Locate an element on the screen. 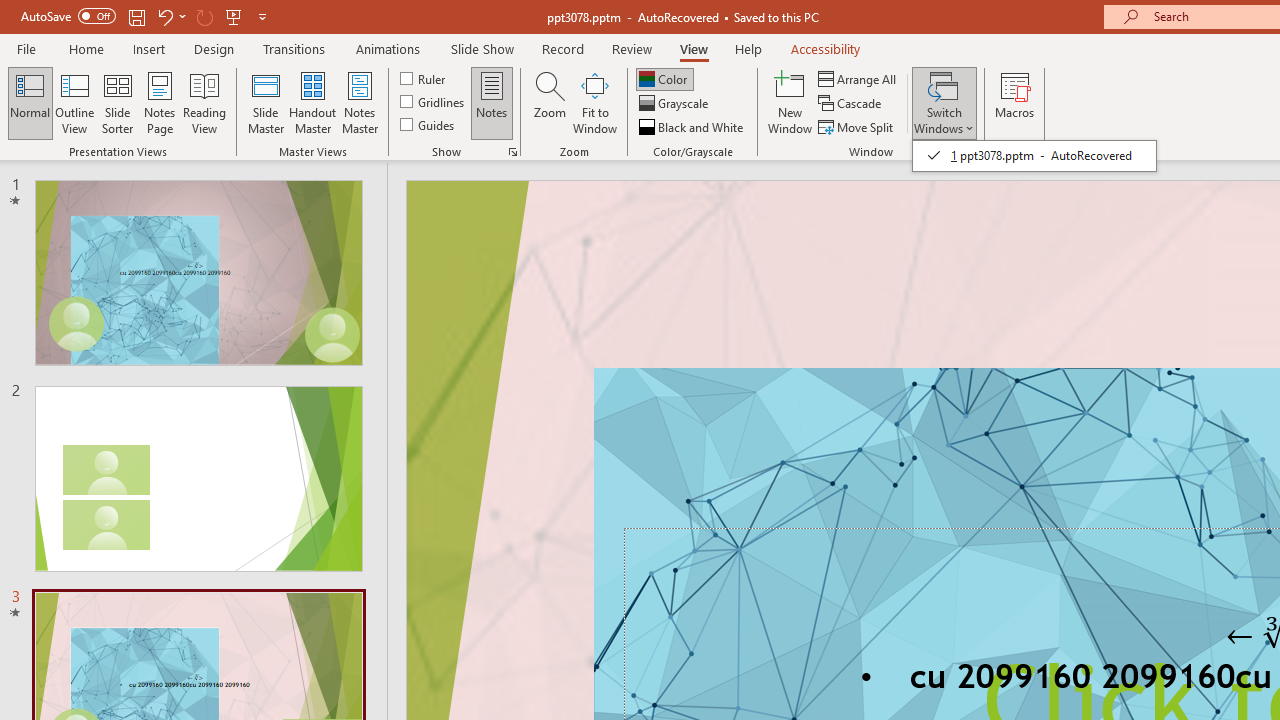 This screenshot has height=720, width=1280. 'Grid Settings...' is located at coordinates (513, 150).